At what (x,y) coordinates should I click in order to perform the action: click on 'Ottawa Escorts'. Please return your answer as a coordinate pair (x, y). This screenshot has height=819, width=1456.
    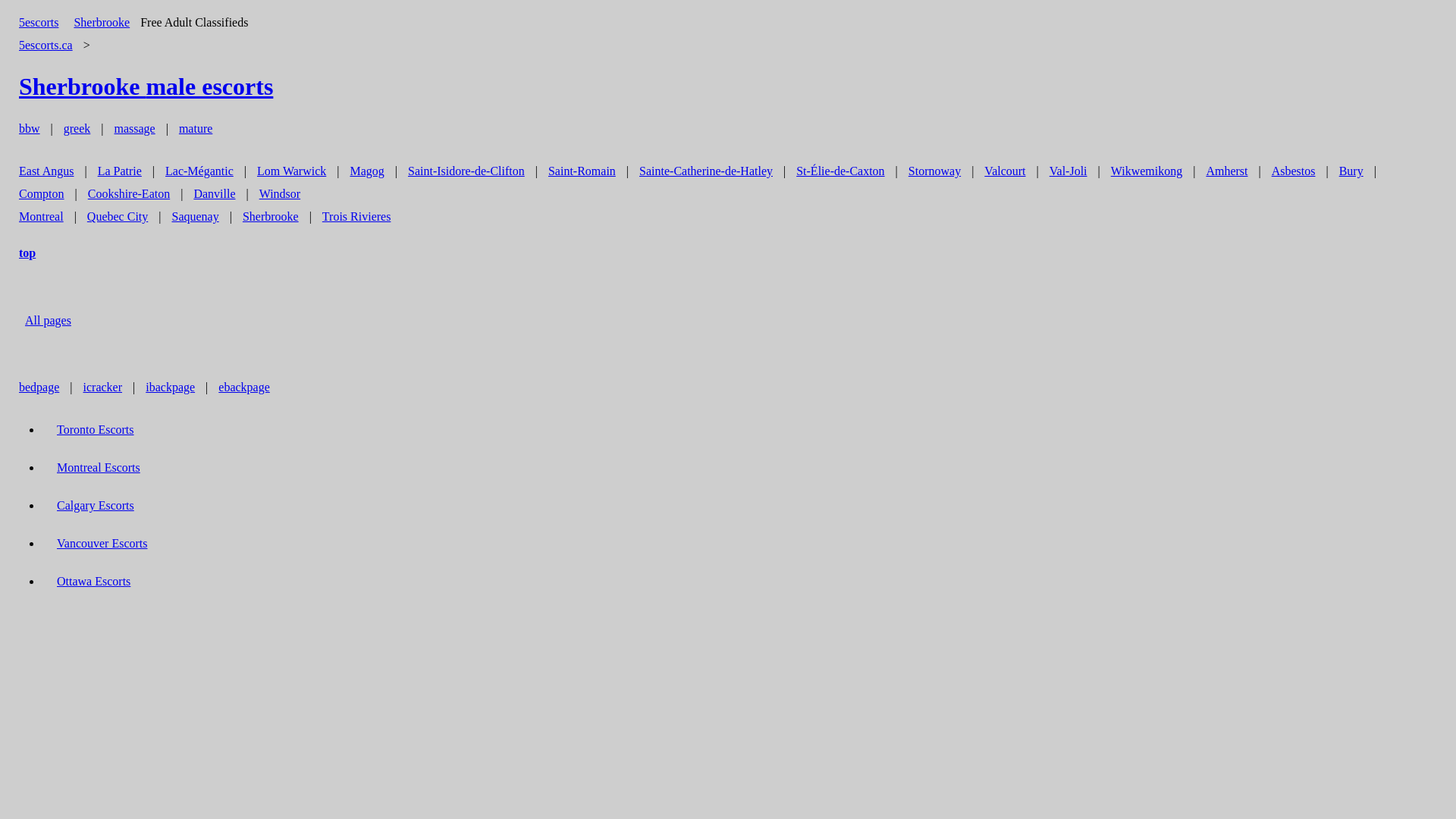
    Looking at the image, I should click on (93, 580).